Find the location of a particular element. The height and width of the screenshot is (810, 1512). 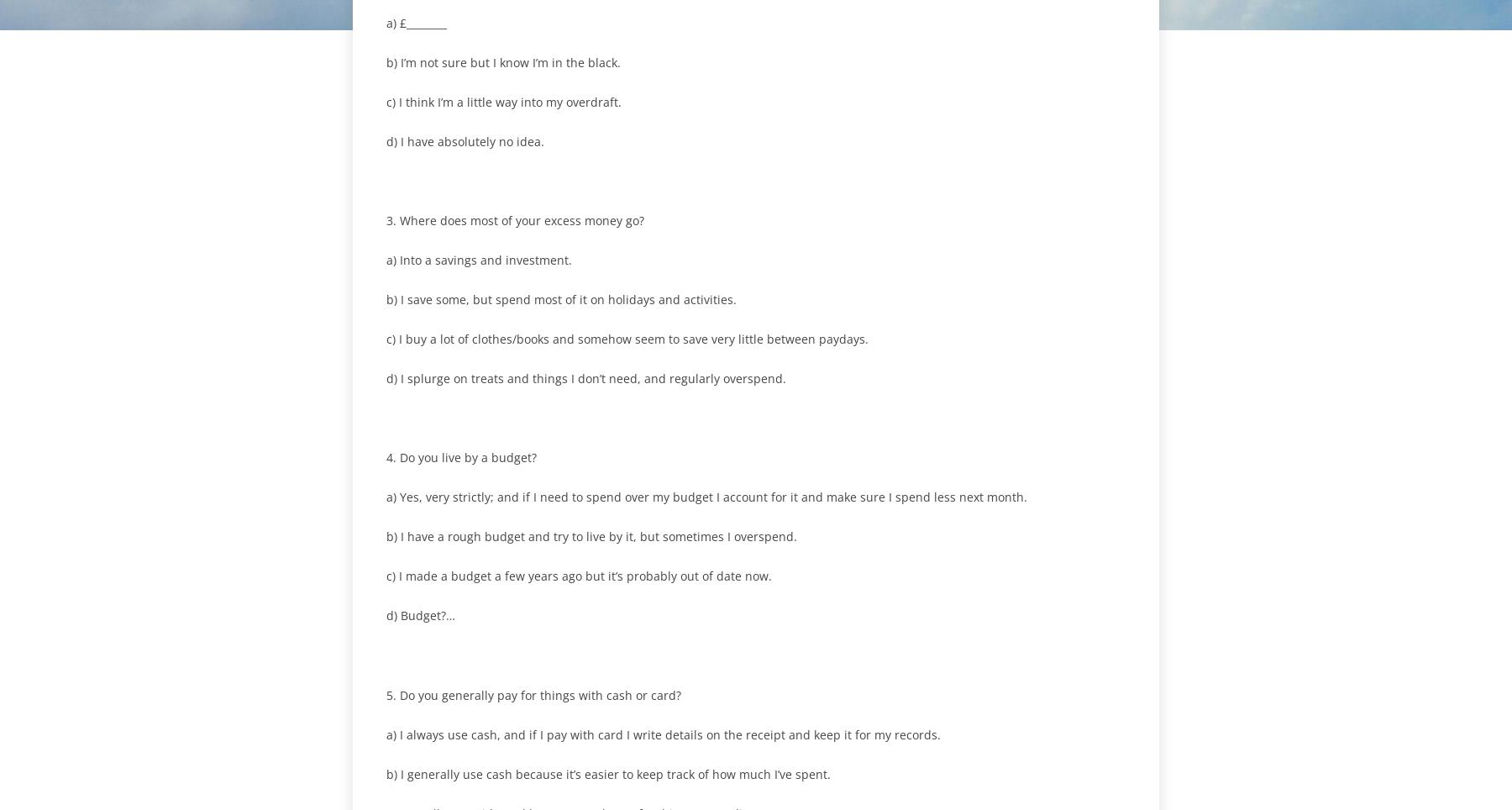

'b) I generally use cash because it’s easier to keep track of how much I’ve spent.' is located at coordinates (386, 772).